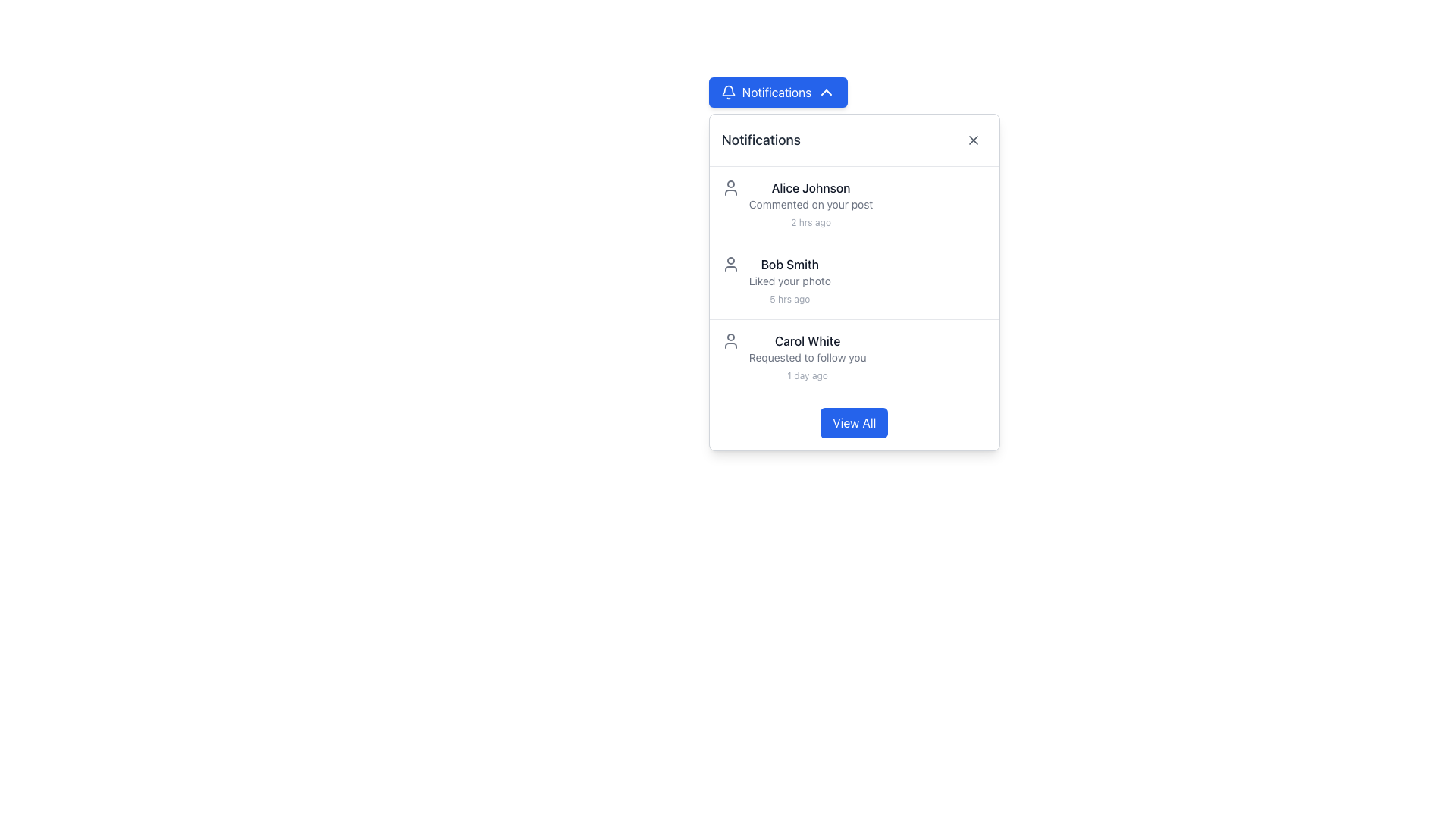 This screenshot has height=819, width=1456. What do you see at coordinates (778, 93) in the screenshot?
I see `the button designed for toggling the notifications dropdown menu located at the top-right corner of the notification interface` at bounding box center [778, 93].